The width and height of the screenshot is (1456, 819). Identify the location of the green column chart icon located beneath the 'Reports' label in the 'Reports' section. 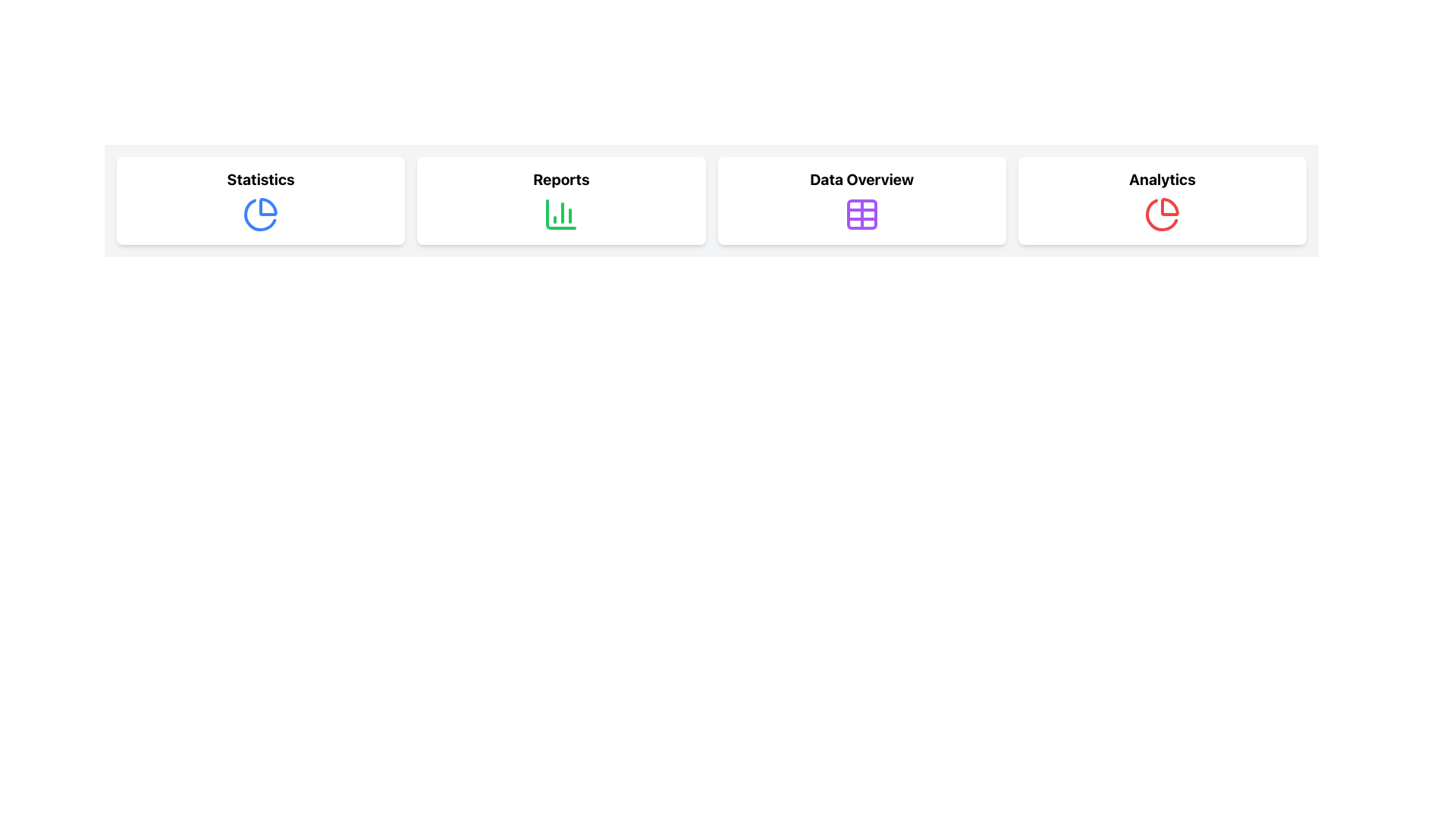
(560, 214).